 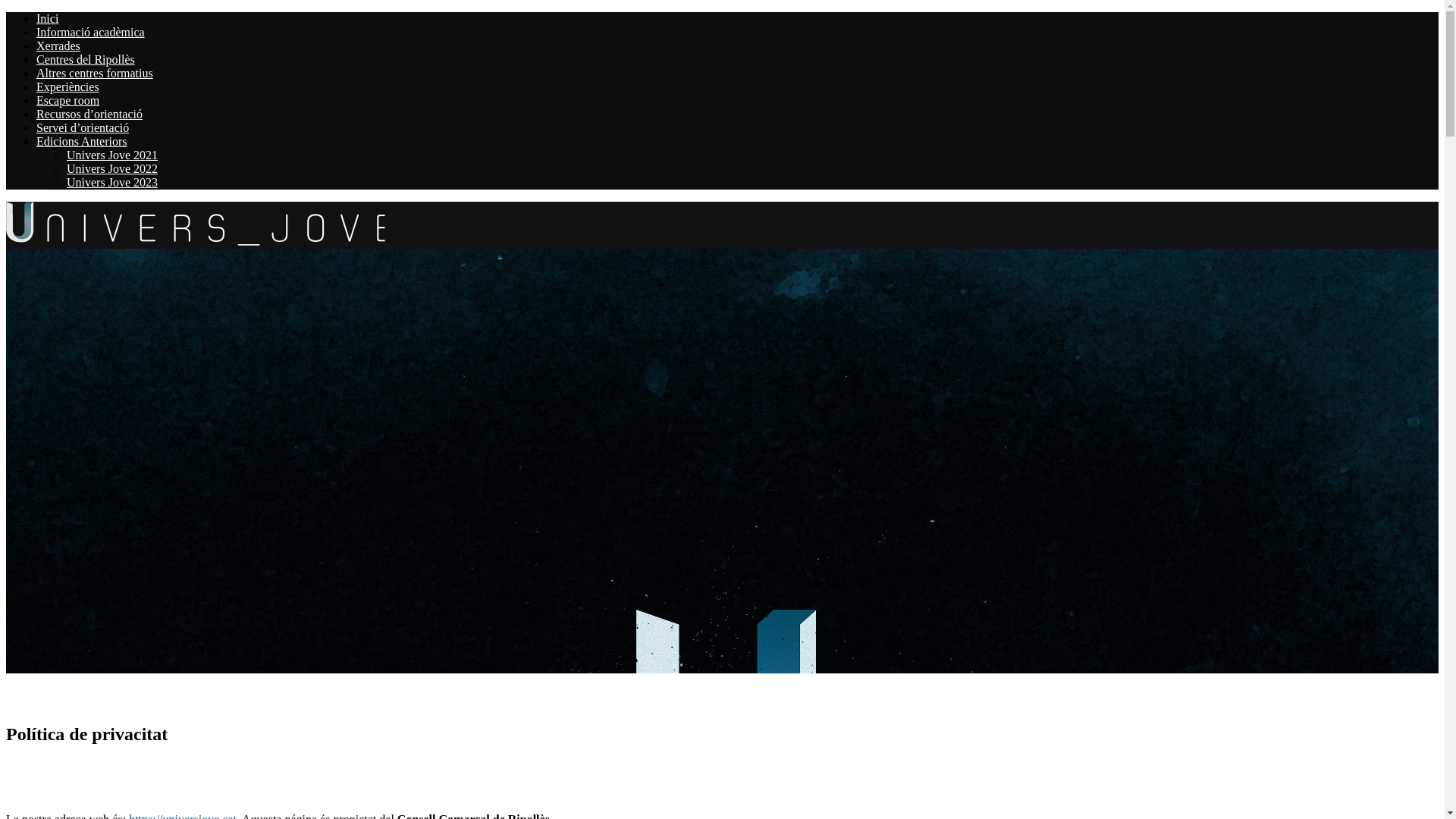 What do you see at coordinates (80, 141) in the screenshot?
I see `'Edicions Anteriors'` at bounding box center [80, 141].